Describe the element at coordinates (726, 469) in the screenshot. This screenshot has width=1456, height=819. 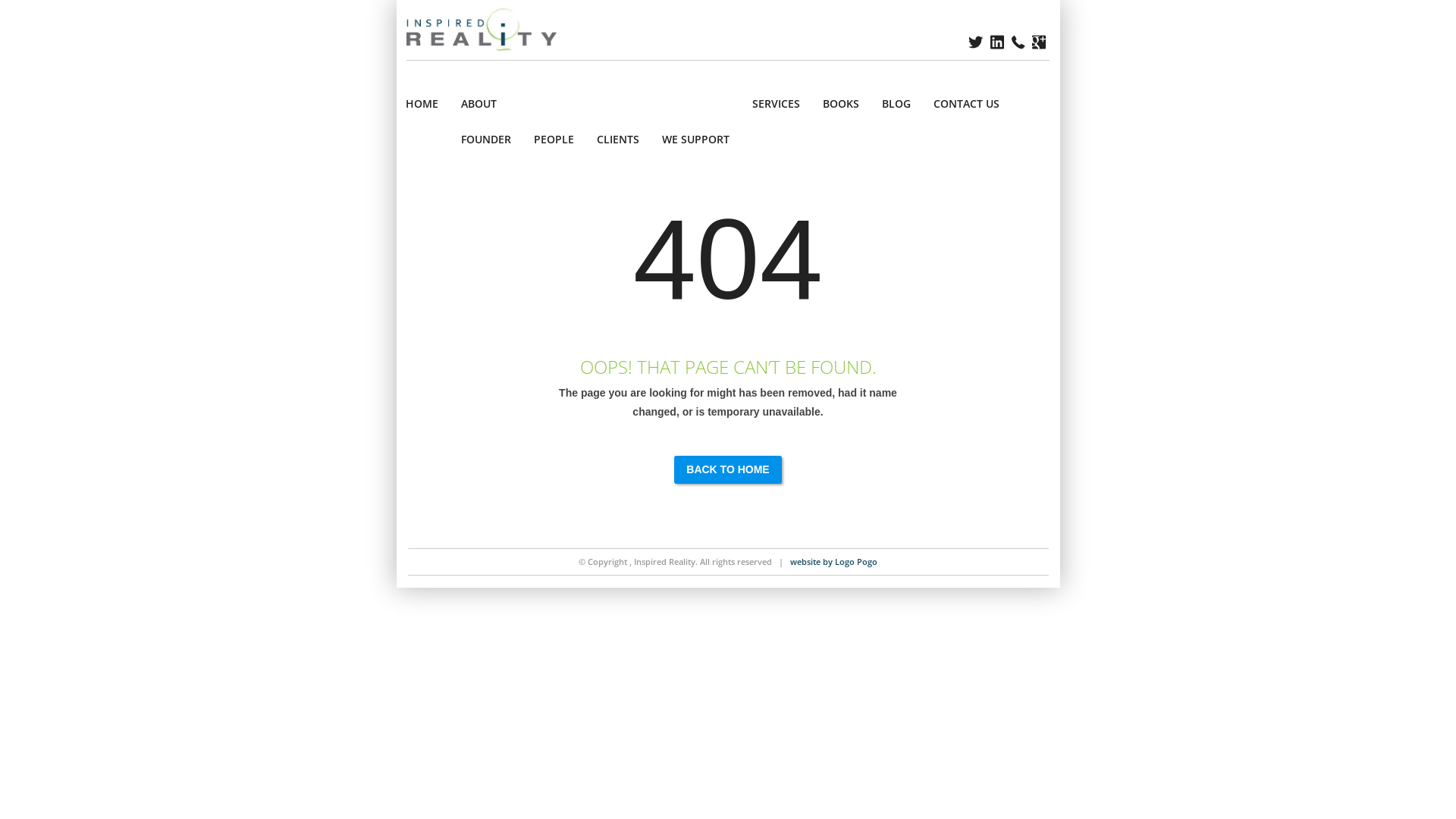
I see `'BACK TO HOME'` at that location.